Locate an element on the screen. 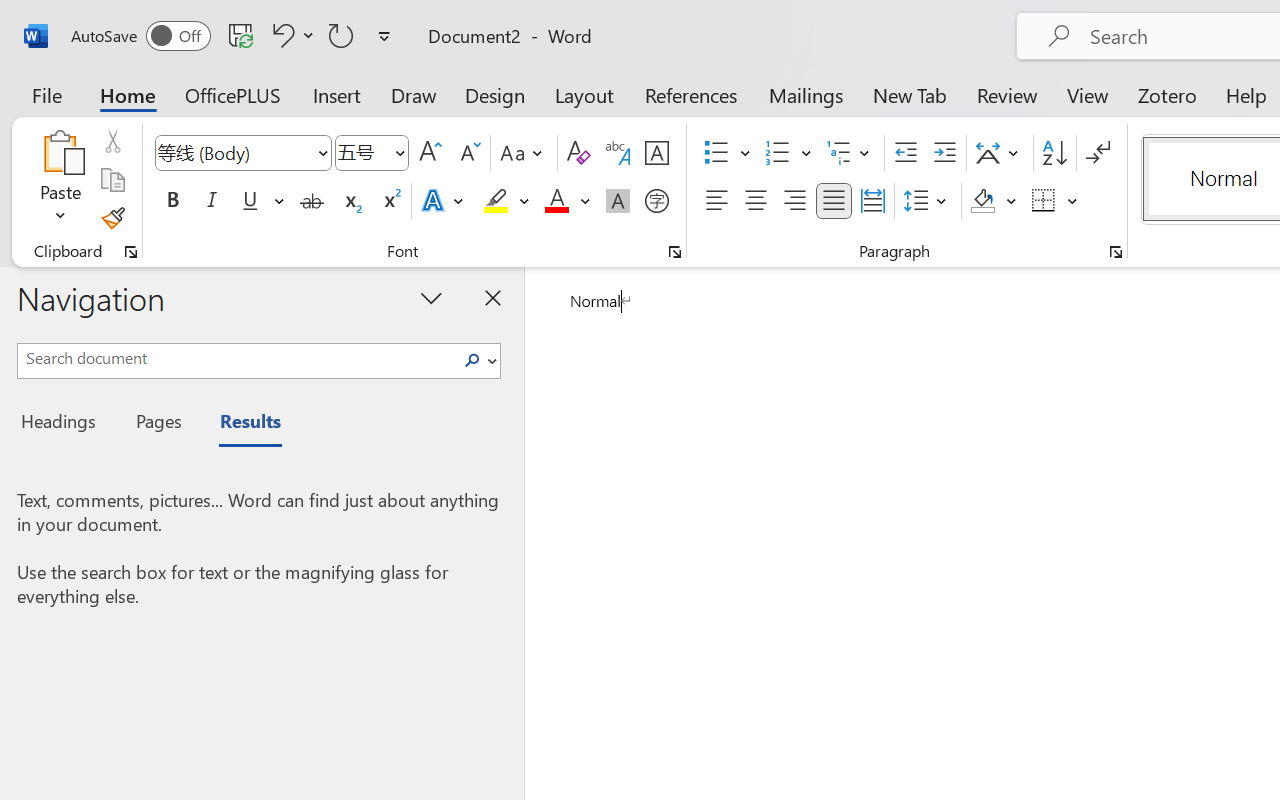 The image size is (1280, 800). 'Font Color' is located at coordinates (566, 201).